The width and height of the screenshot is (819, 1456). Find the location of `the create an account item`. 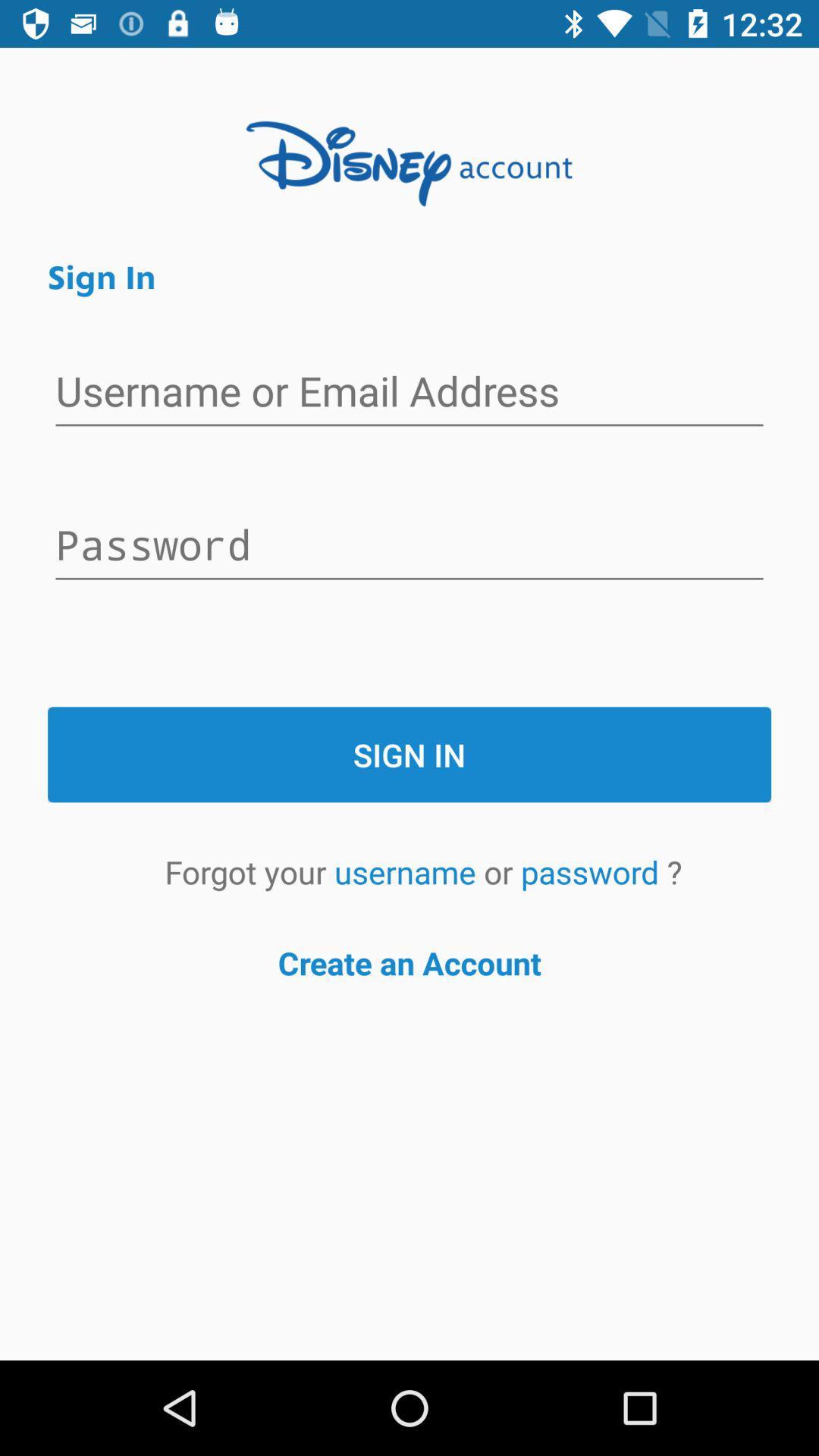

the create an account item is located at coordinates (409, 962).